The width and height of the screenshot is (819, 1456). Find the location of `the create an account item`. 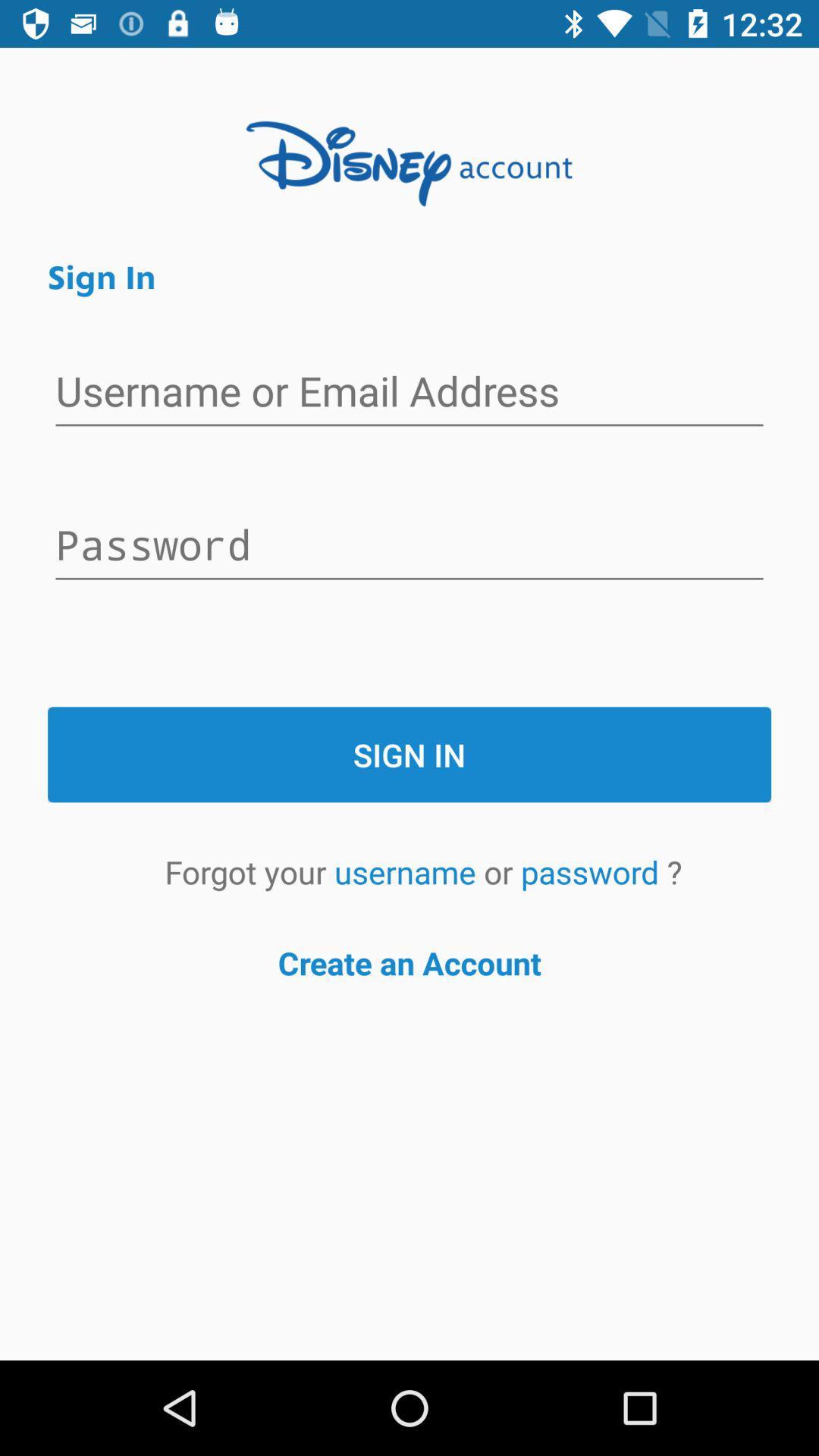

the create an account item is located at coordinates (409, 962).